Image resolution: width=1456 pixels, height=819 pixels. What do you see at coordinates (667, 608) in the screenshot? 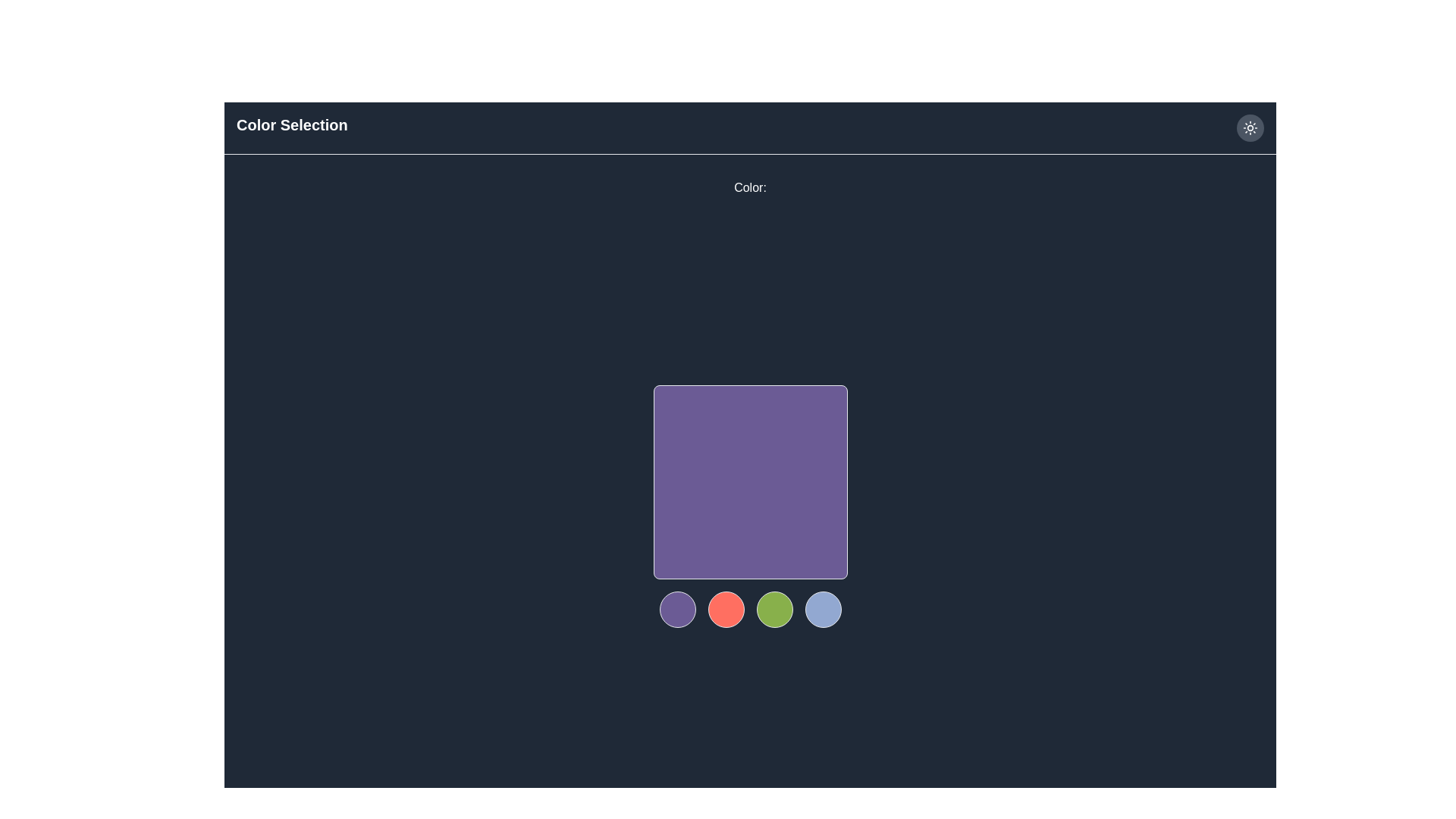
I see `inner SVG graphic element located within the first purple circular color option beneath the main purple square` at bounding box center [667, 608].